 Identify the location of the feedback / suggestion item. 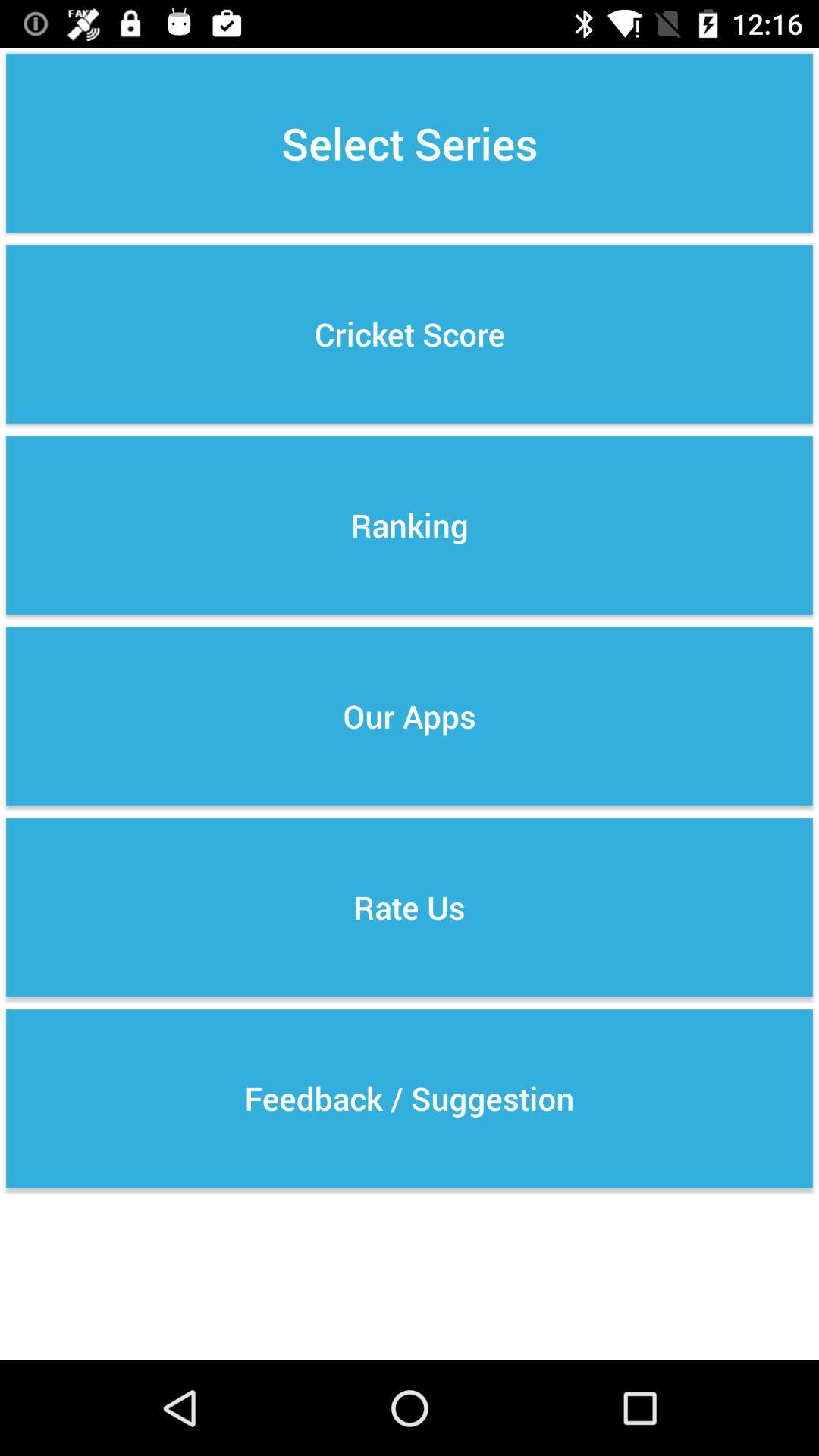
(409, 1099).